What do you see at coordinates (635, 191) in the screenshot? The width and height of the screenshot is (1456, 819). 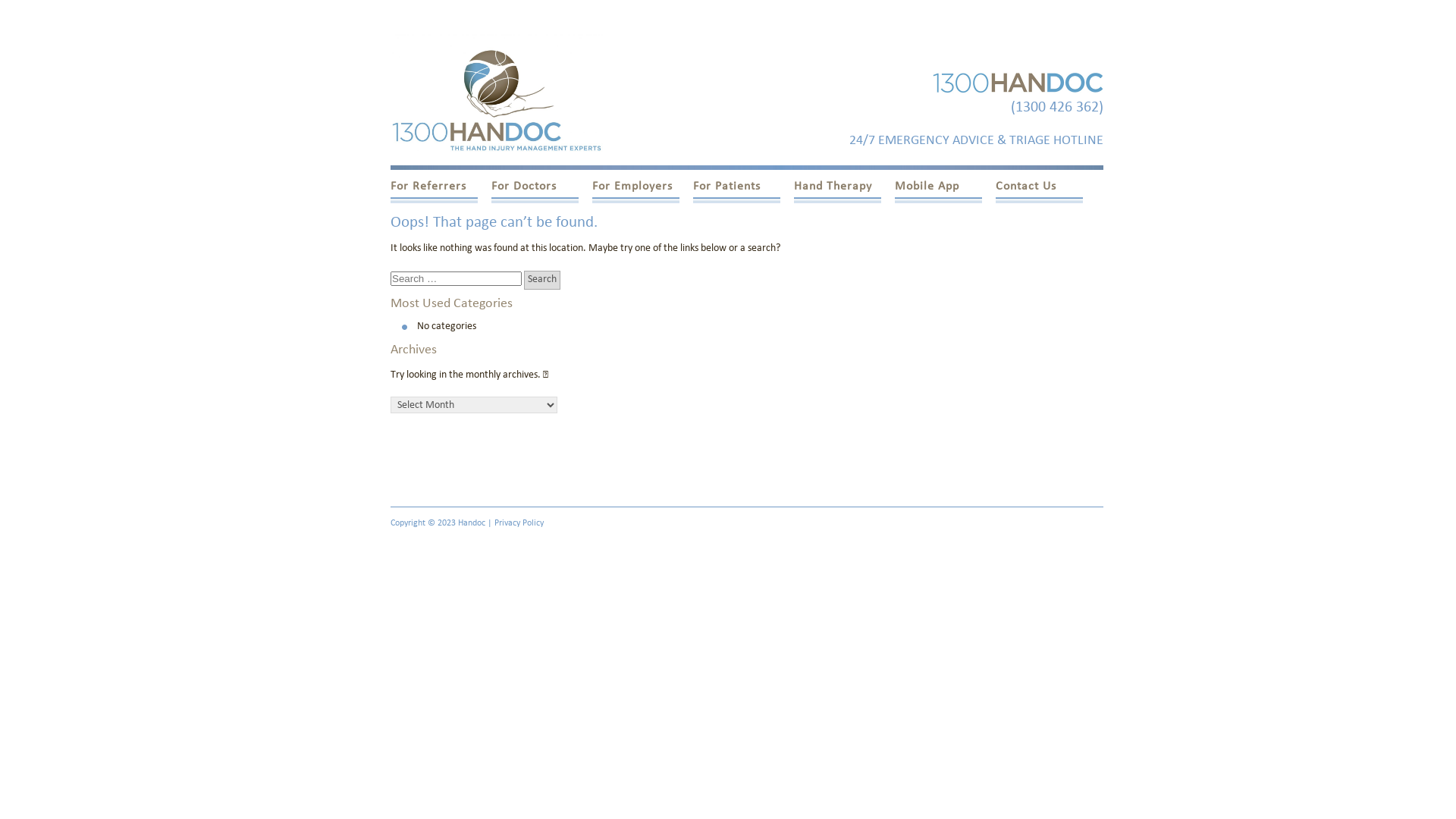 I see `'For Employers'` at bounding box center [635, 191].